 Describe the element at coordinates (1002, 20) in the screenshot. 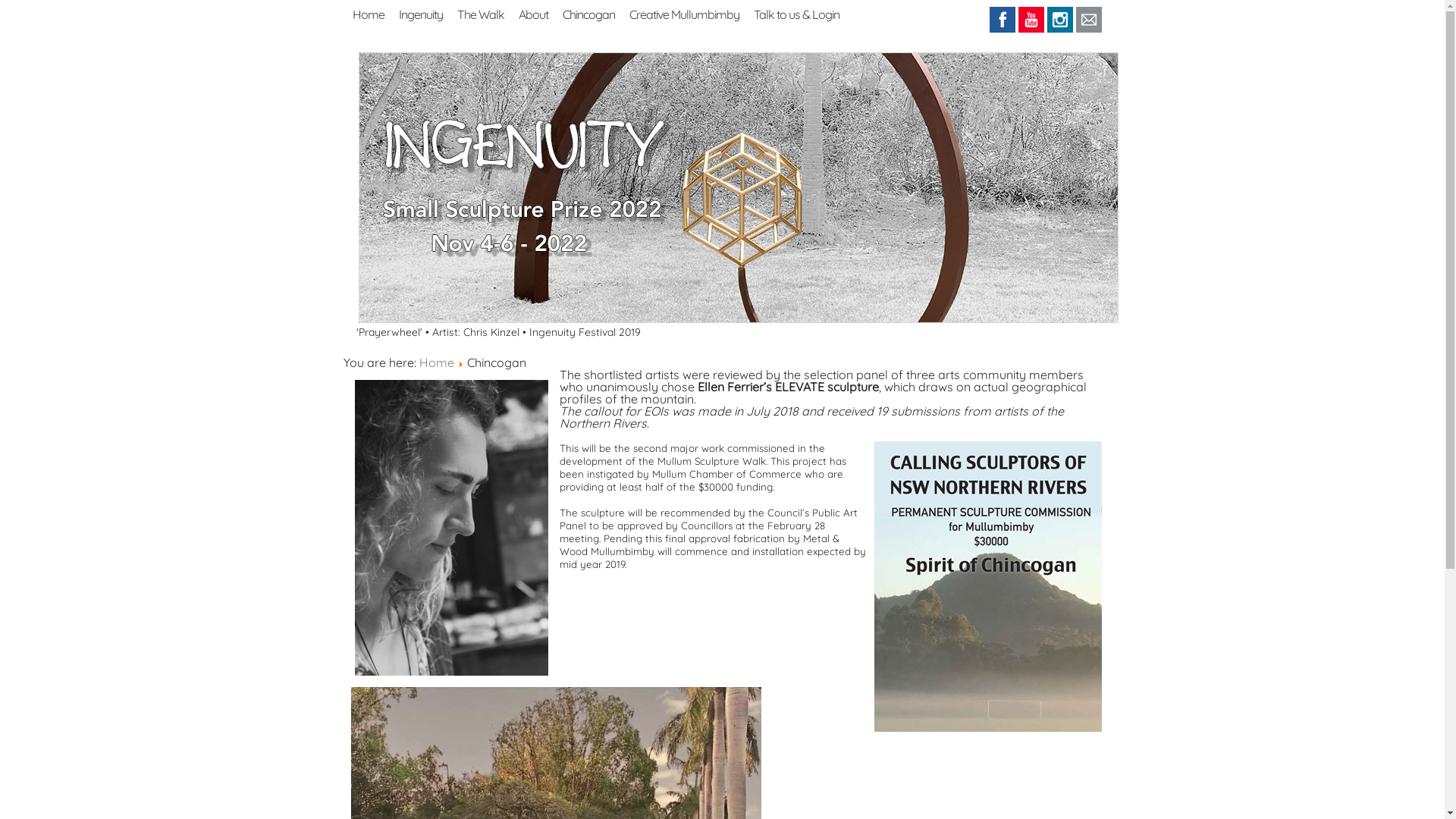

I see `'Facebook'` at that location.